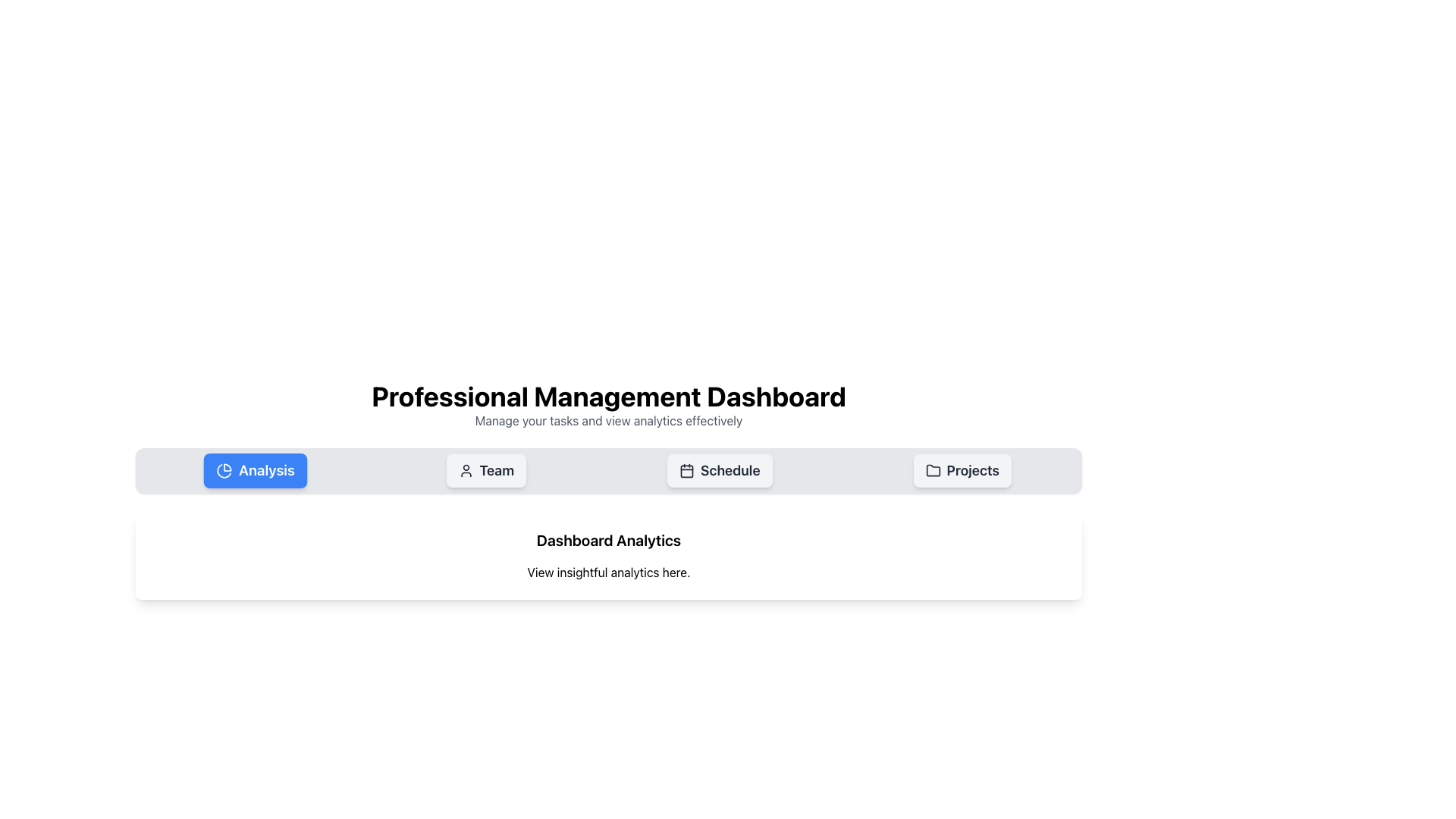  Describe the element at coordinates (608, 540) in the screenshot. I see `text from the title Text Label that indicates the purpose of the section related to analytics in the dashboard interface` at that location.